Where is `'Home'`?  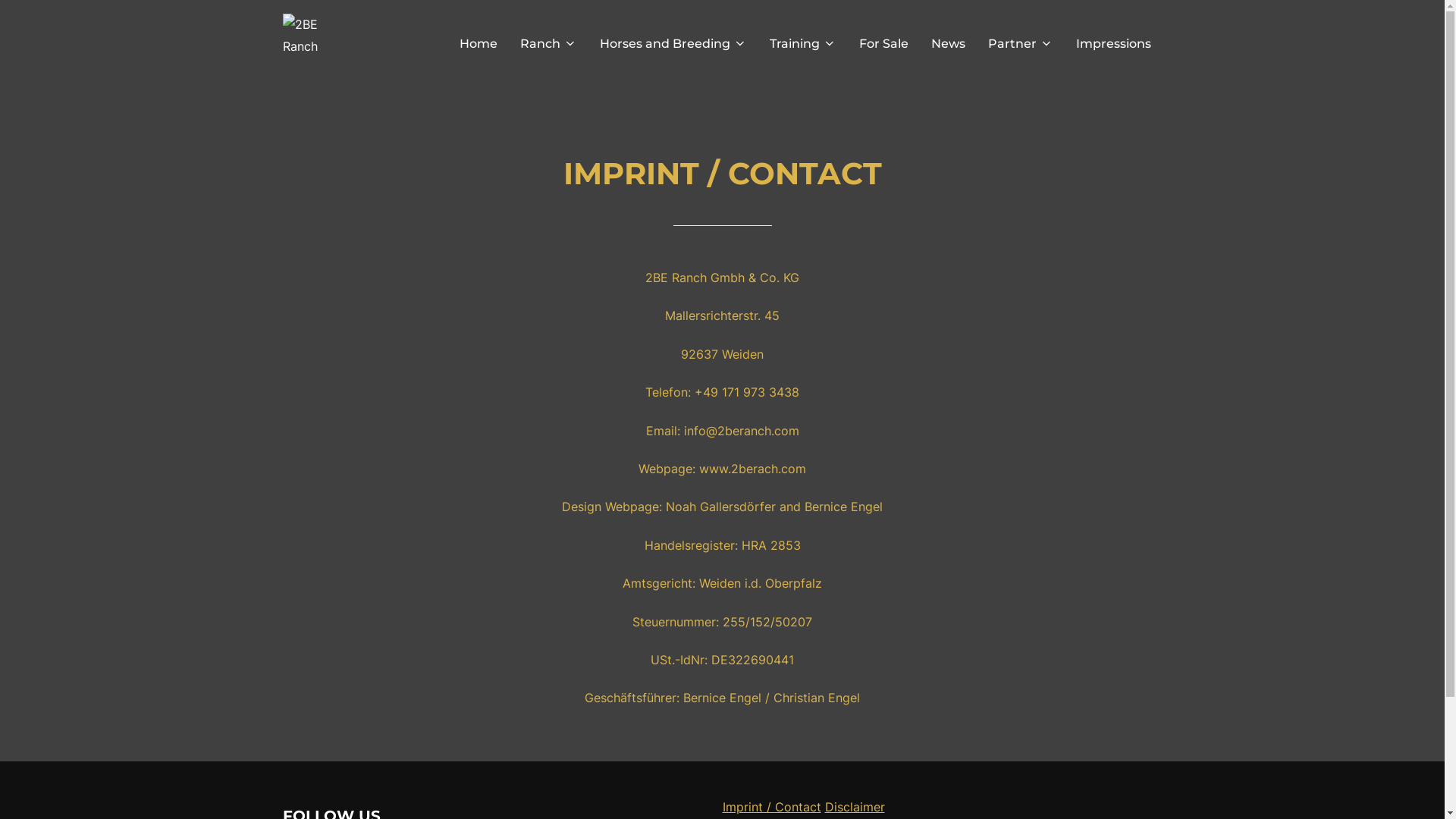 'Home' is located at coordinates (477, 42).